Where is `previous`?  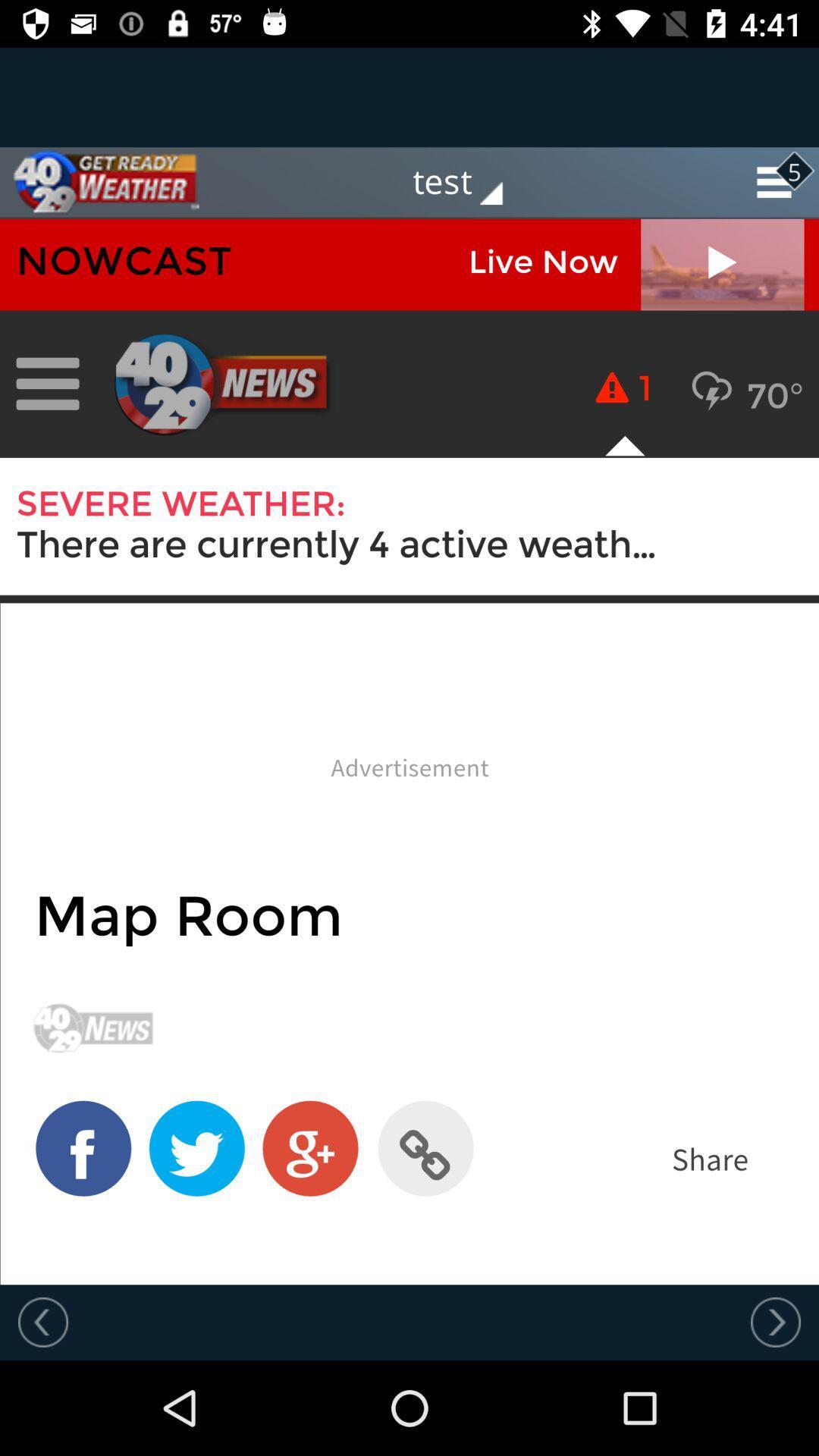
previous is located at coordinates (775, 1321).